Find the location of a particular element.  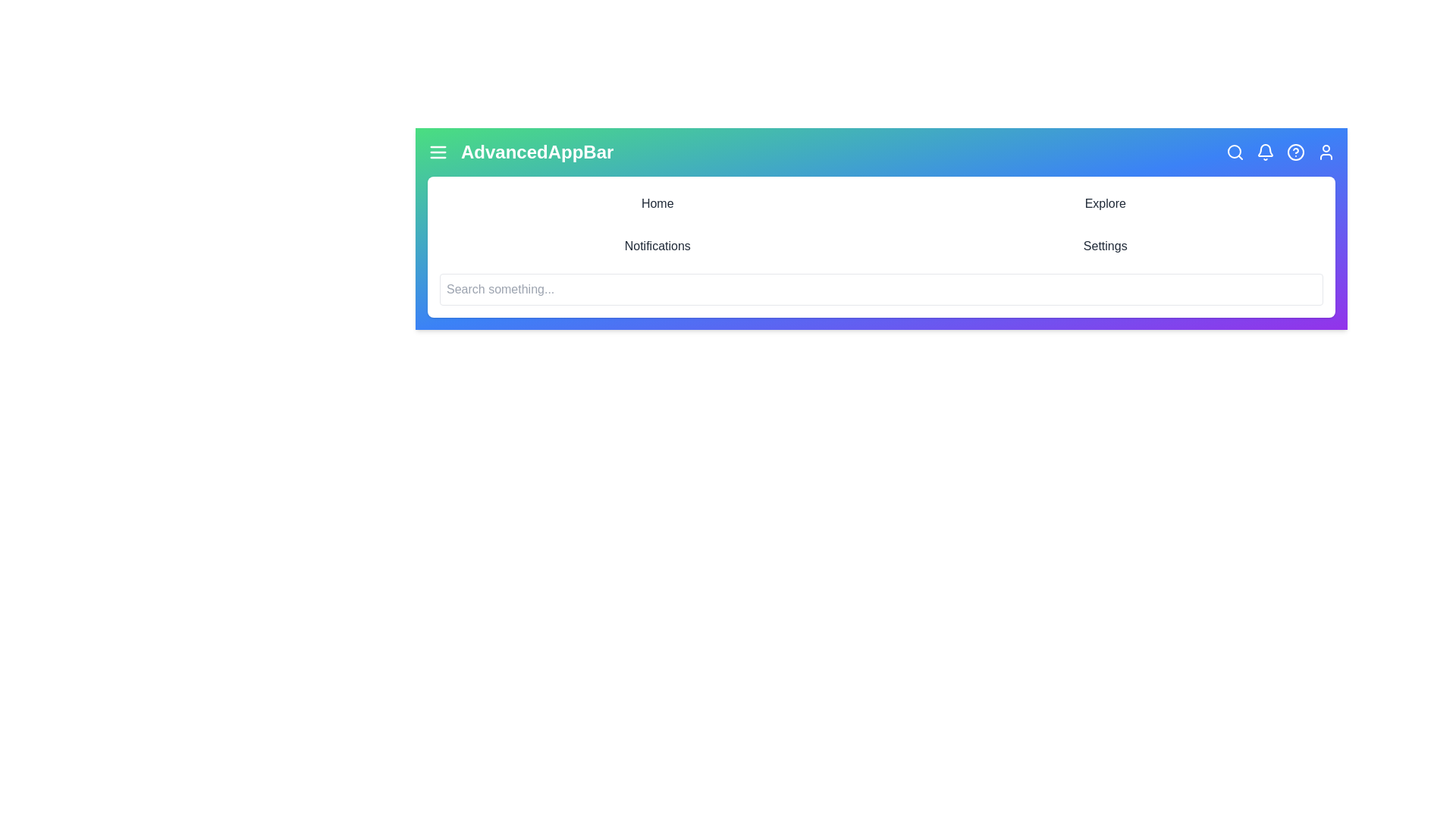

the HelpCircle icon to trigger its functionality is located at coordinates (1294, 152).